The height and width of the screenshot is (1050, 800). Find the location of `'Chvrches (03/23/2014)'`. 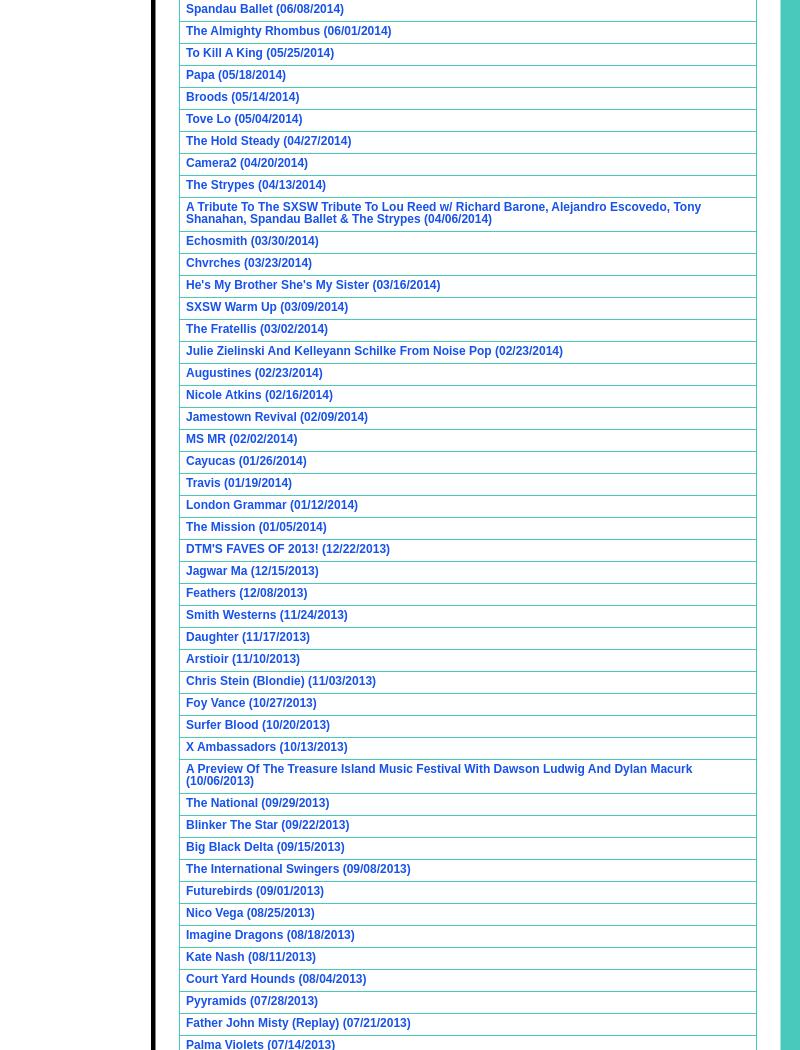

'Chvrches (03/23/2014)' is located at coordinates (248, 262).